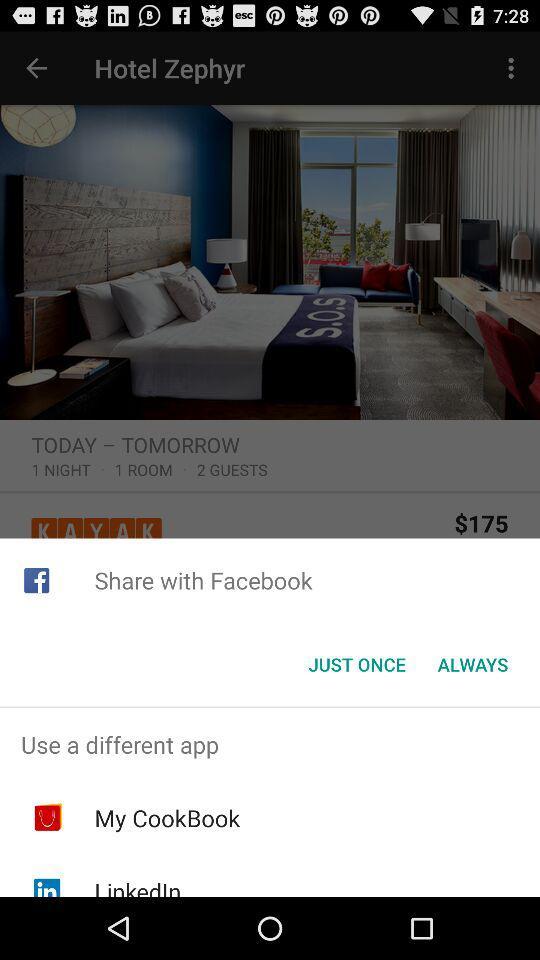  I want to click on icon below use a different icon, so click(166, 818).